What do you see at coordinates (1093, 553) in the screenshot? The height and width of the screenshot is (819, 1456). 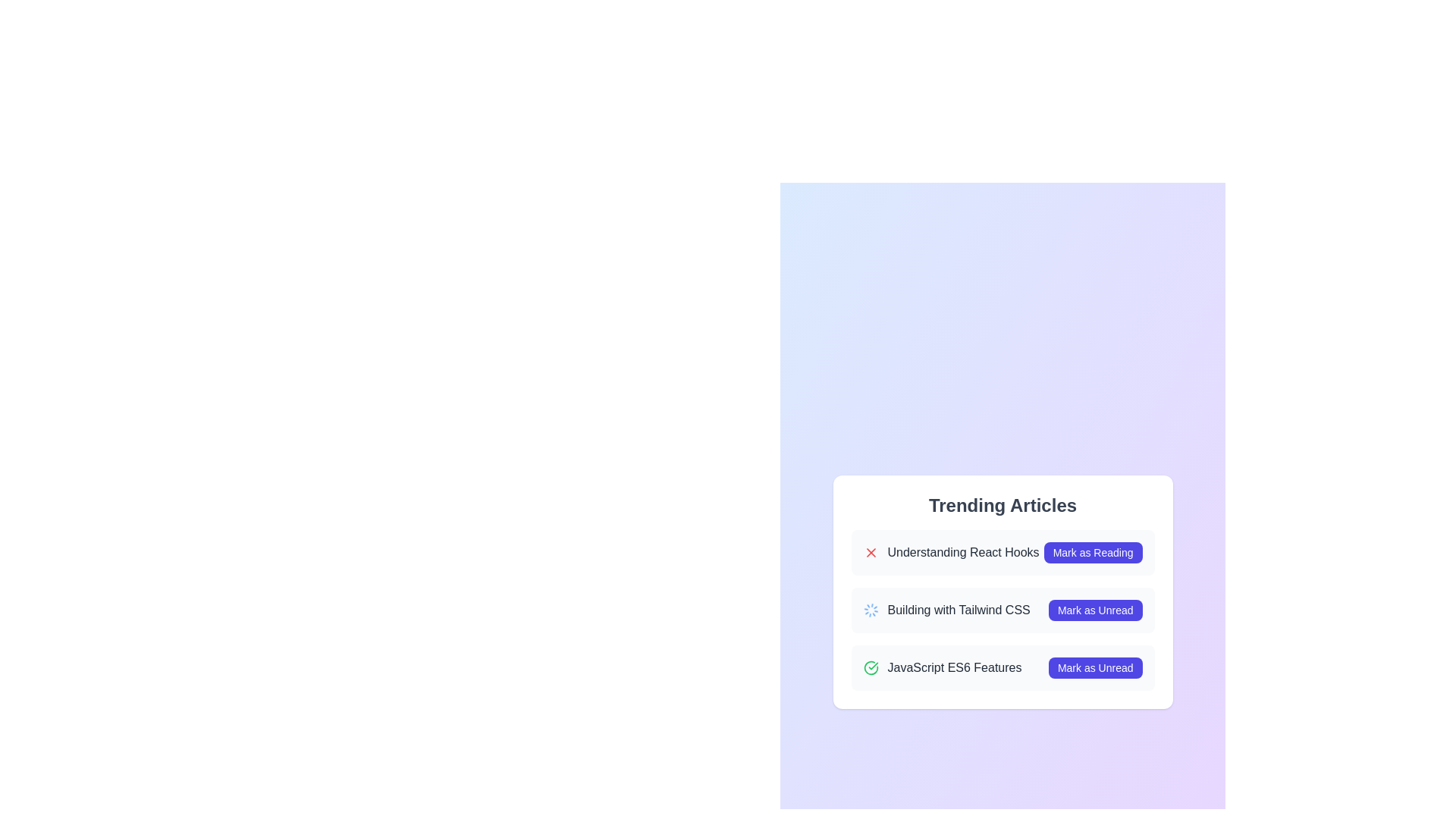 I see `the 'Mark as Reading' button, which is a dark indigo button with white text, located at the far right of the 'Trending Articles' section` at bounding box center [1093, 553].